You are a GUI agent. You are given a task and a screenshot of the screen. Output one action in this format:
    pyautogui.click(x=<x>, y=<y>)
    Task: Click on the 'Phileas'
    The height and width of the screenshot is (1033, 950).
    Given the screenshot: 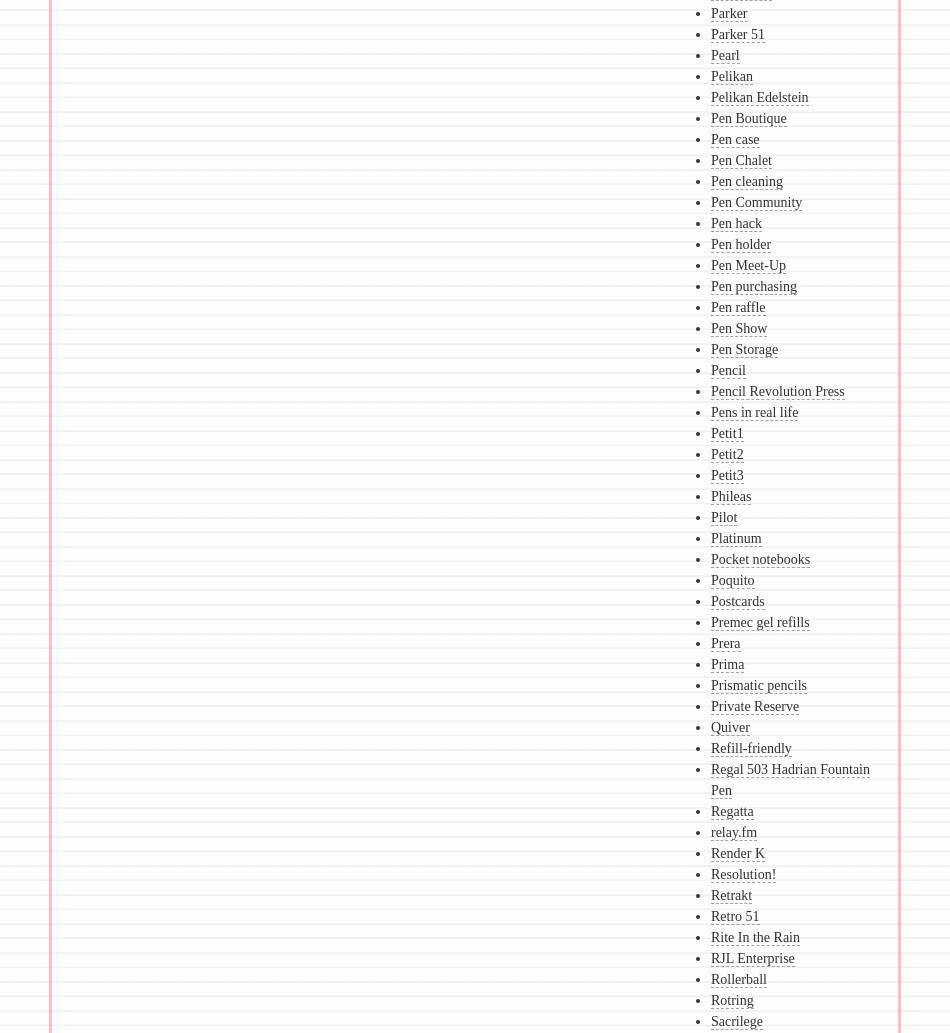 What is the action you would take?
    pyautogui.click(x=729, y=496)
    